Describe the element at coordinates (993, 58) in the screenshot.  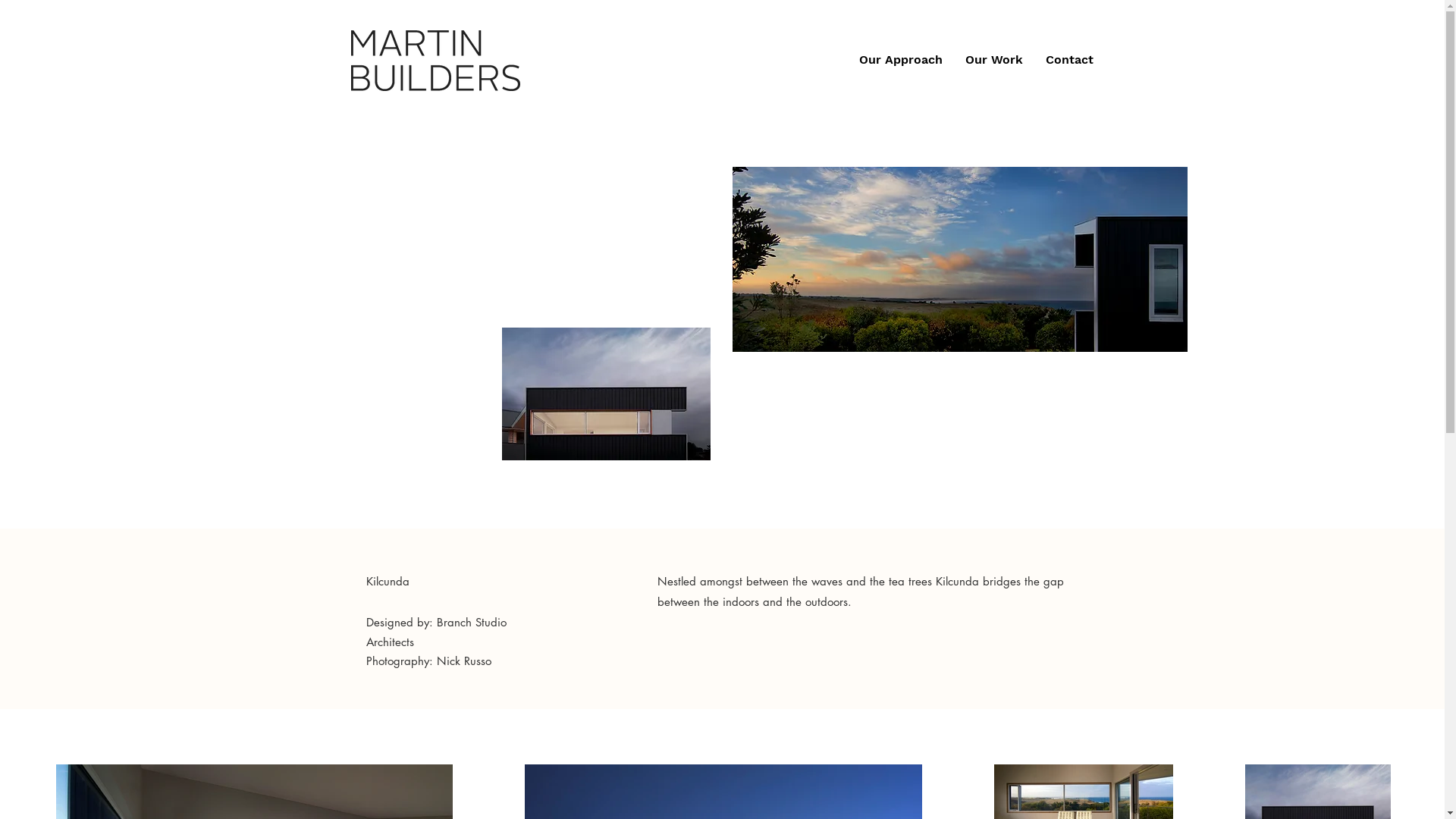
I see `'Our Work'` at that location.